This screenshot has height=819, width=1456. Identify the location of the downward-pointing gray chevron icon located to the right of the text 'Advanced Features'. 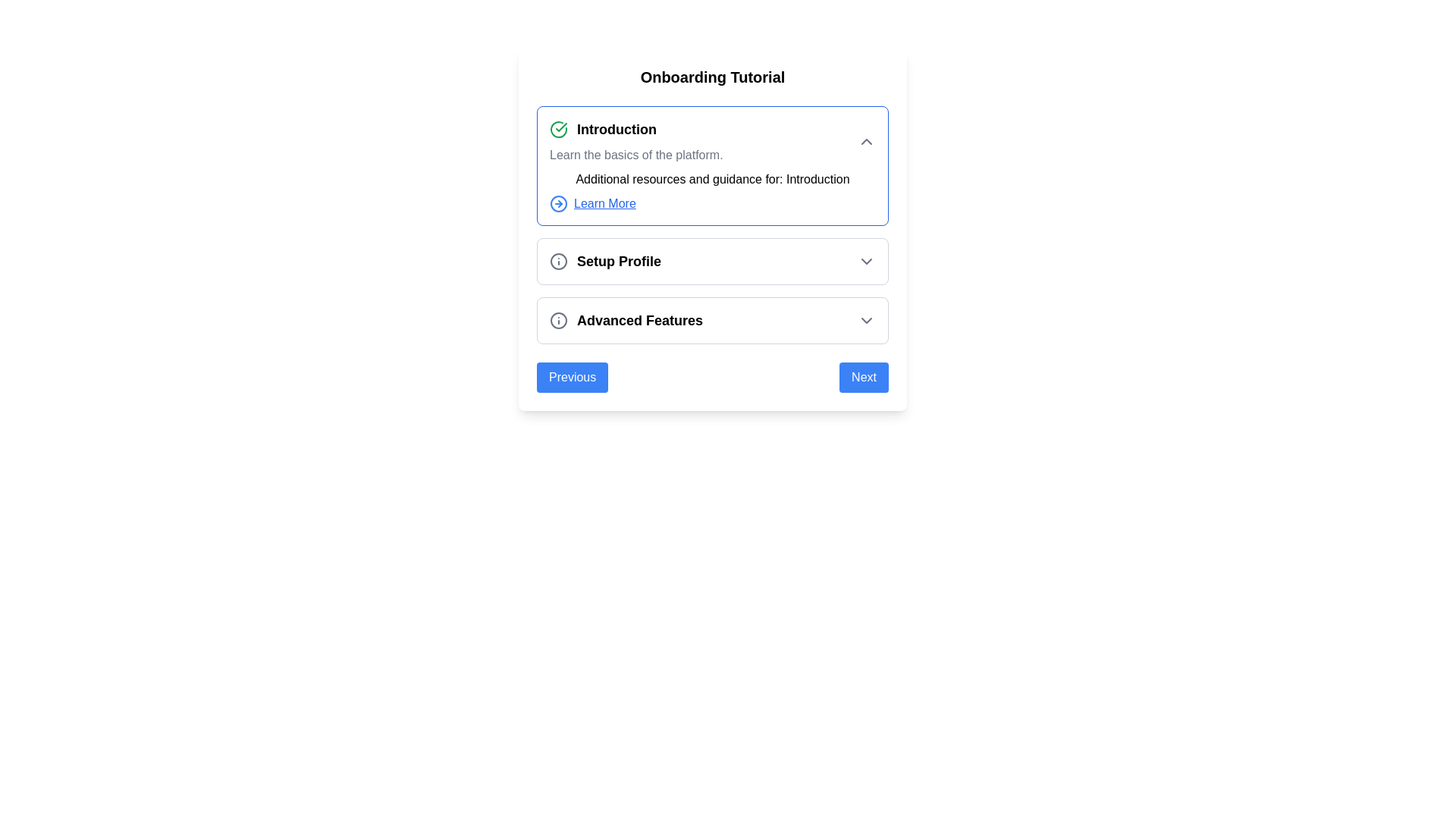
(866, 320).